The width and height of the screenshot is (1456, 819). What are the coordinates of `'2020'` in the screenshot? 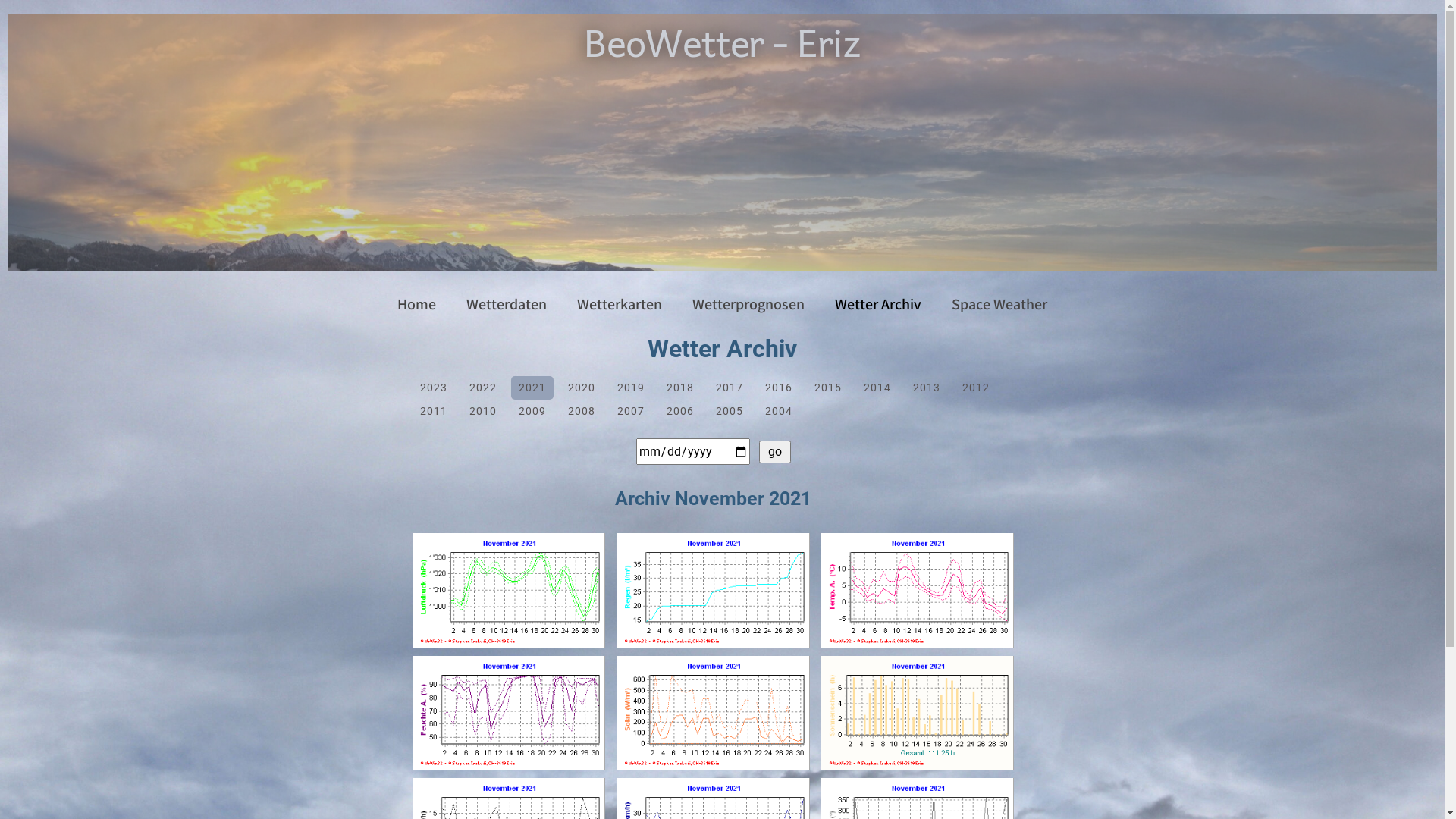 It's located at (581, 387).